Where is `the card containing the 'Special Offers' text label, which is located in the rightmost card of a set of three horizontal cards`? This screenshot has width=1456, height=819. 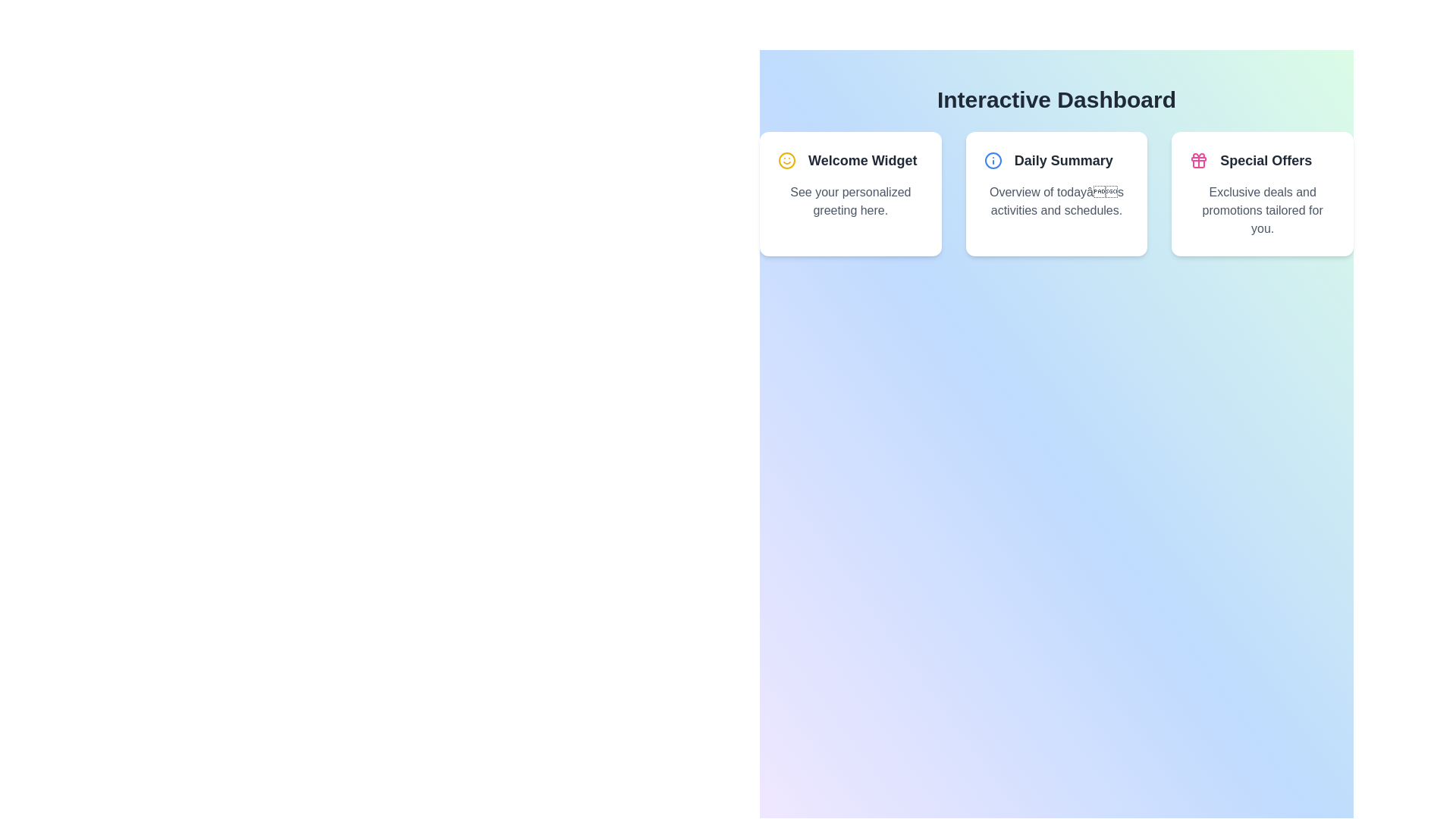 the card containing the 'Special Offers' text label, which is located in the rightmost card of a set of three horizontal cards is located at coordinates (1266, 161).